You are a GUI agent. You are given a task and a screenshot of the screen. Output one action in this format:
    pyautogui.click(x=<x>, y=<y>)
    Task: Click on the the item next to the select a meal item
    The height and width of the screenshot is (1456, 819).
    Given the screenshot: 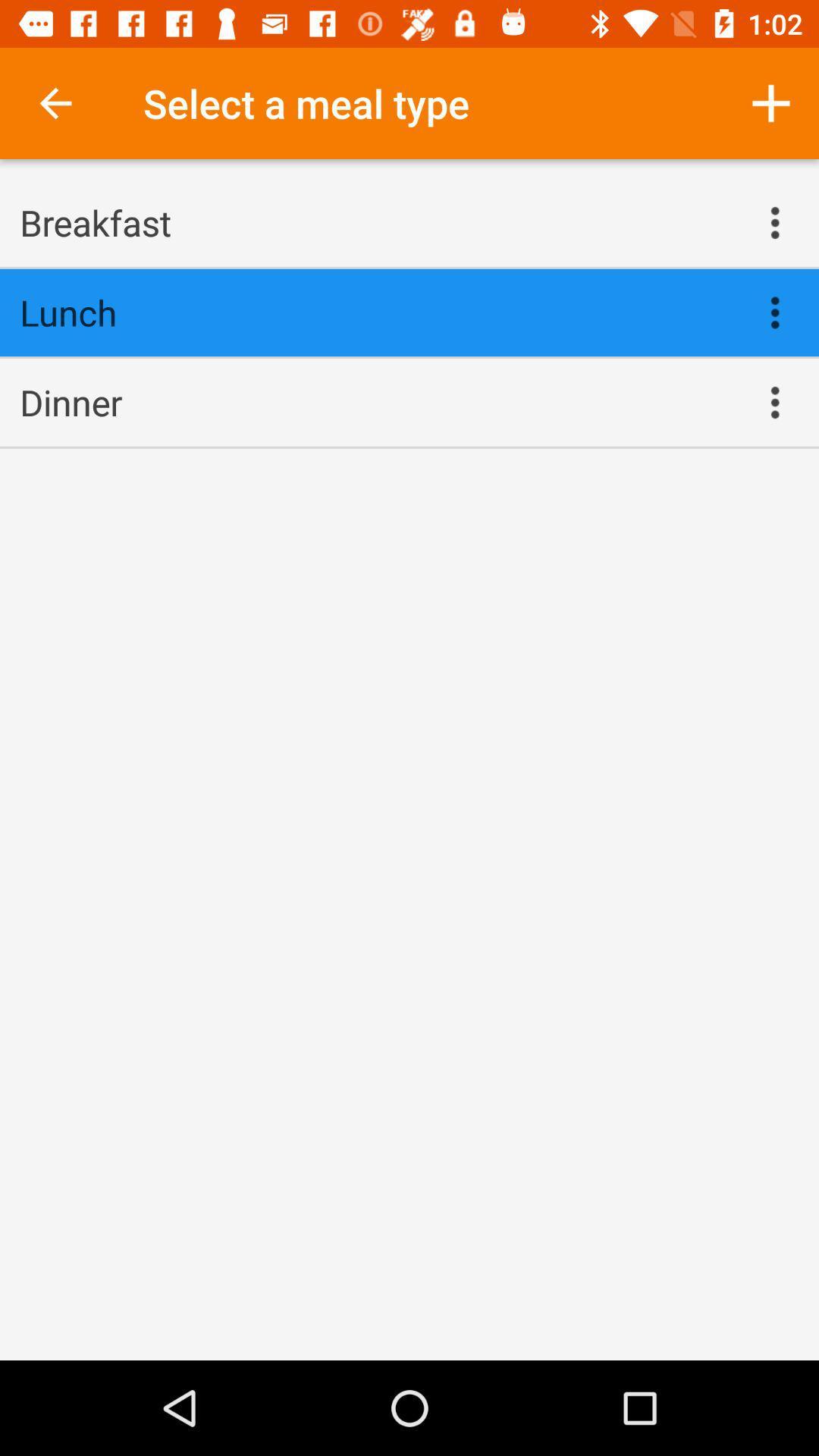 What is the action you would take?
    pyautogui.click(x=771, y=102)
    